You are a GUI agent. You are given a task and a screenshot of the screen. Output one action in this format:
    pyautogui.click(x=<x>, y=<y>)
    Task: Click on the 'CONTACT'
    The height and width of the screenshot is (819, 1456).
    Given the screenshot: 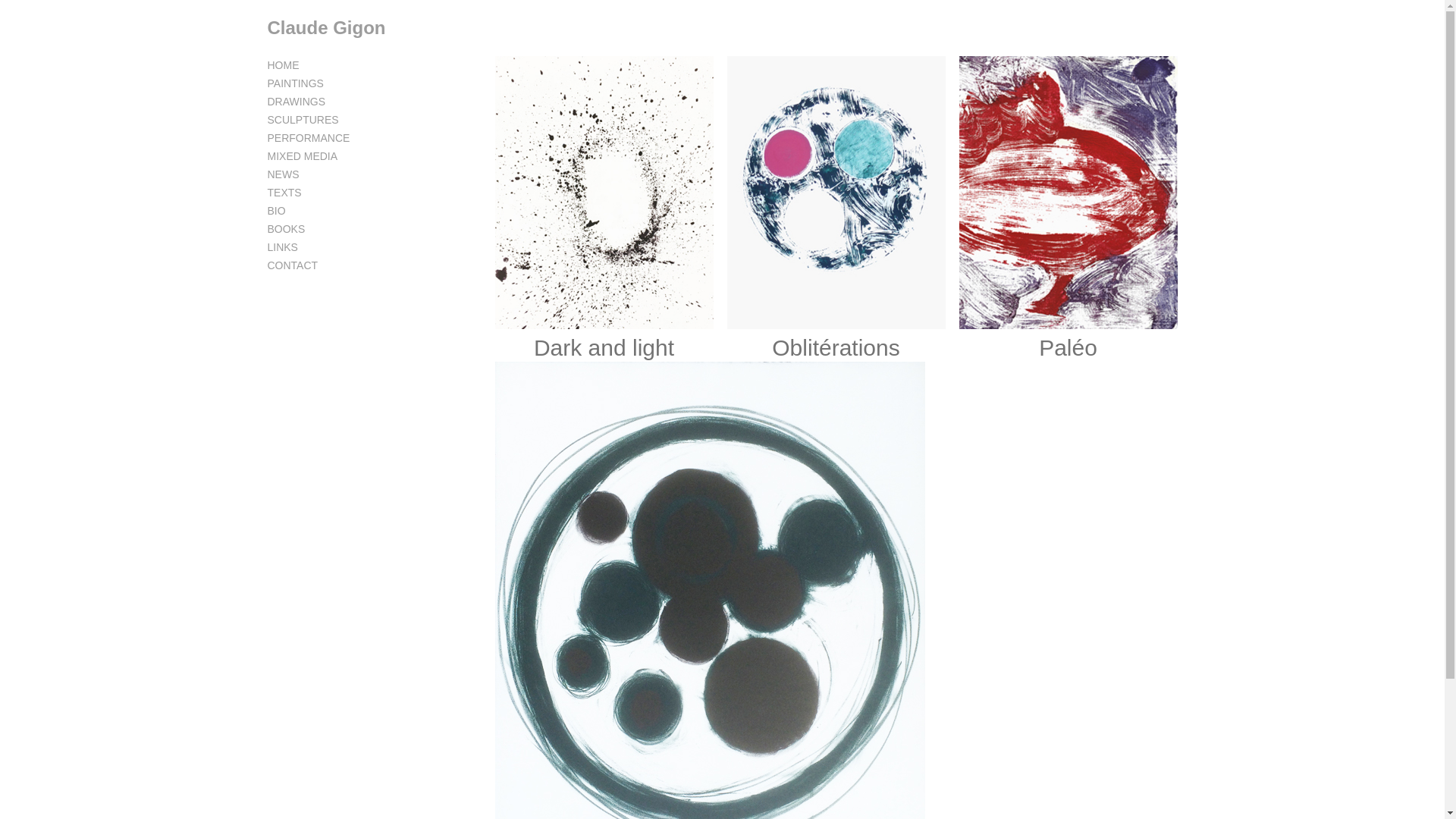 What is the action you would take?
    pyautogui.click(x=266, y=265)
    